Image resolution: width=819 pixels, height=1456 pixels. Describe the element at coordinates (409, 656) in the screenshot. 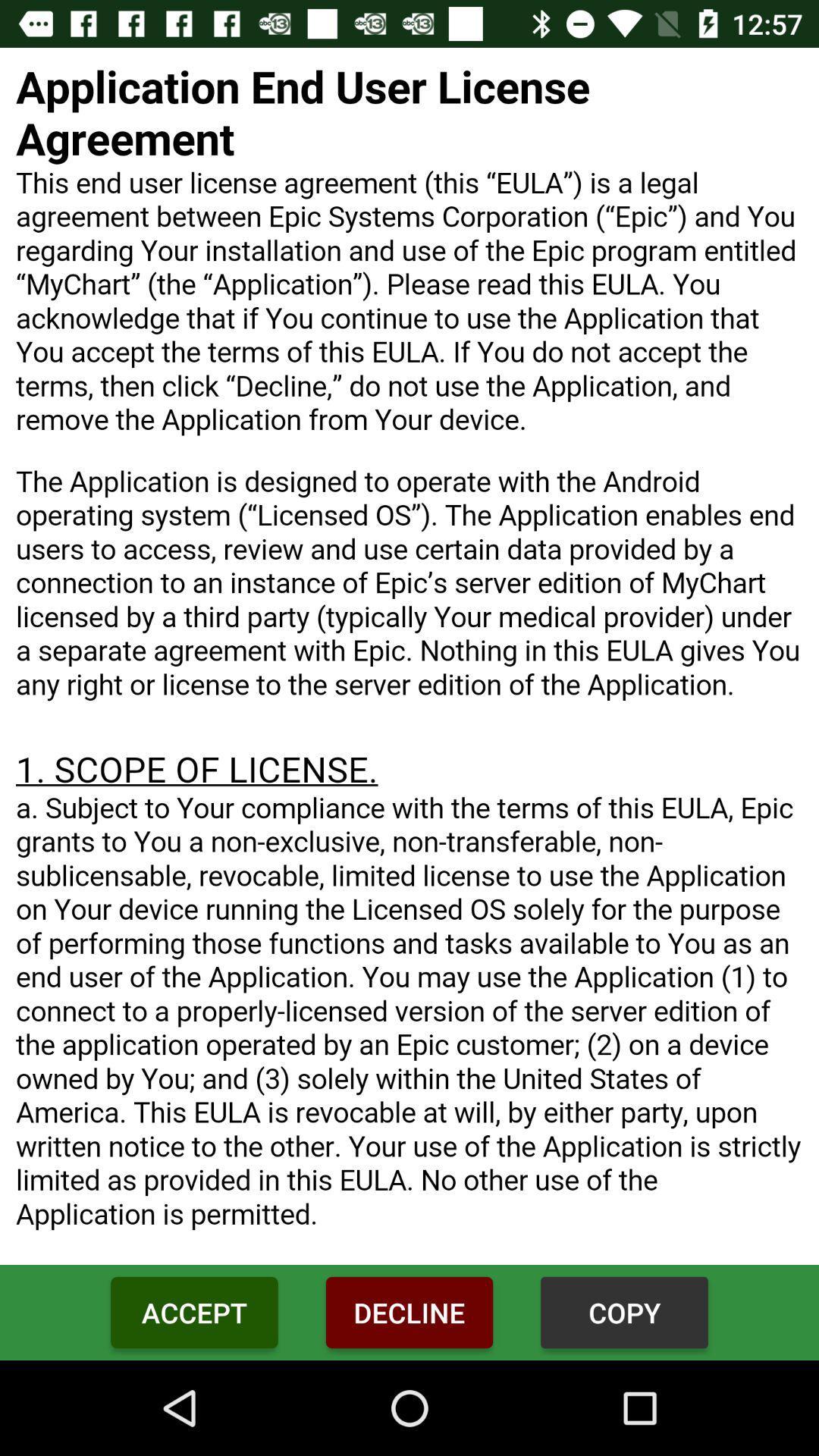

I see `agreement` at that location.